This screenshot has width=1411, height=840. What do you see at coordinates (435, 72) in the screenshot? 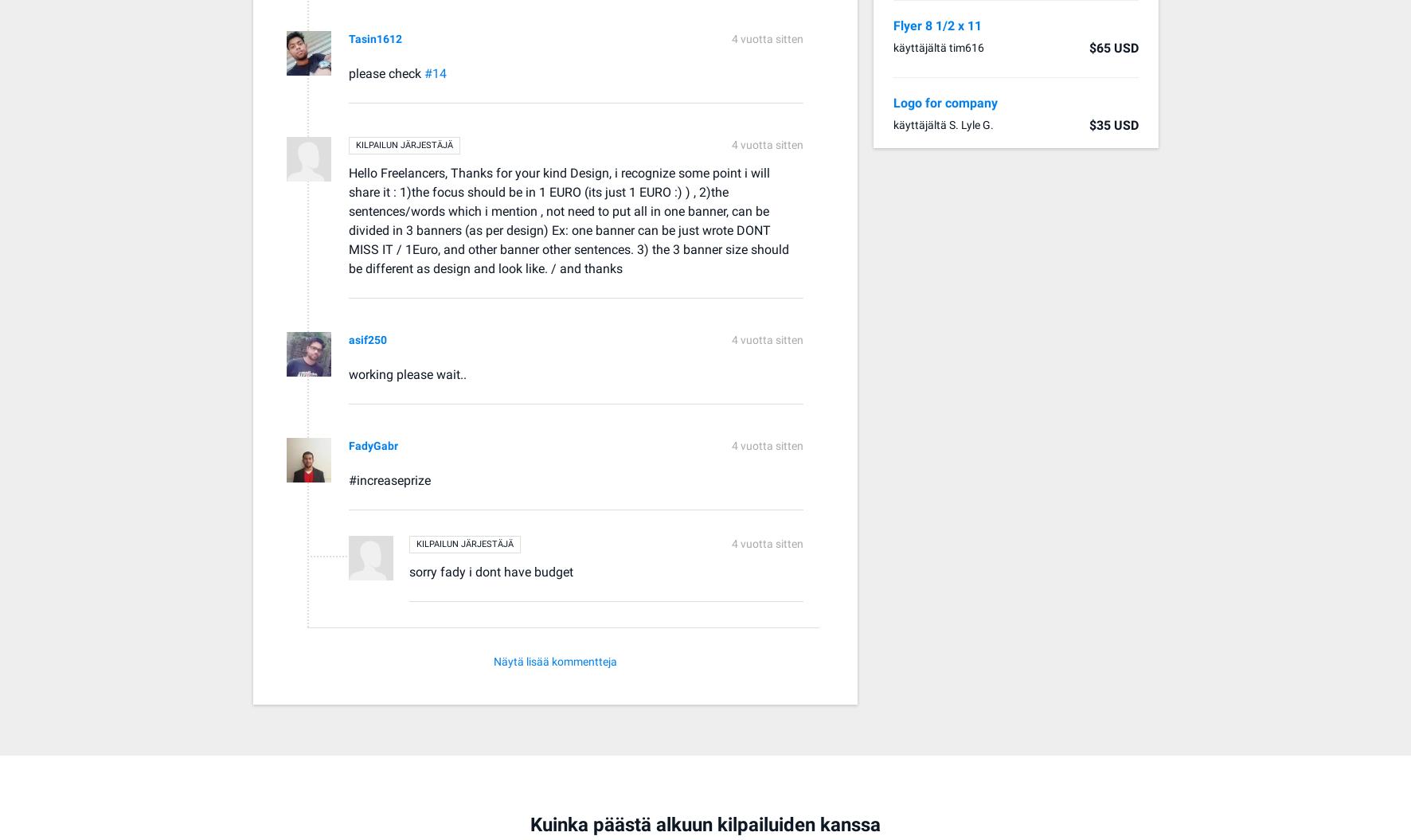
I see `'#14'` at bounding box center [435, 72].